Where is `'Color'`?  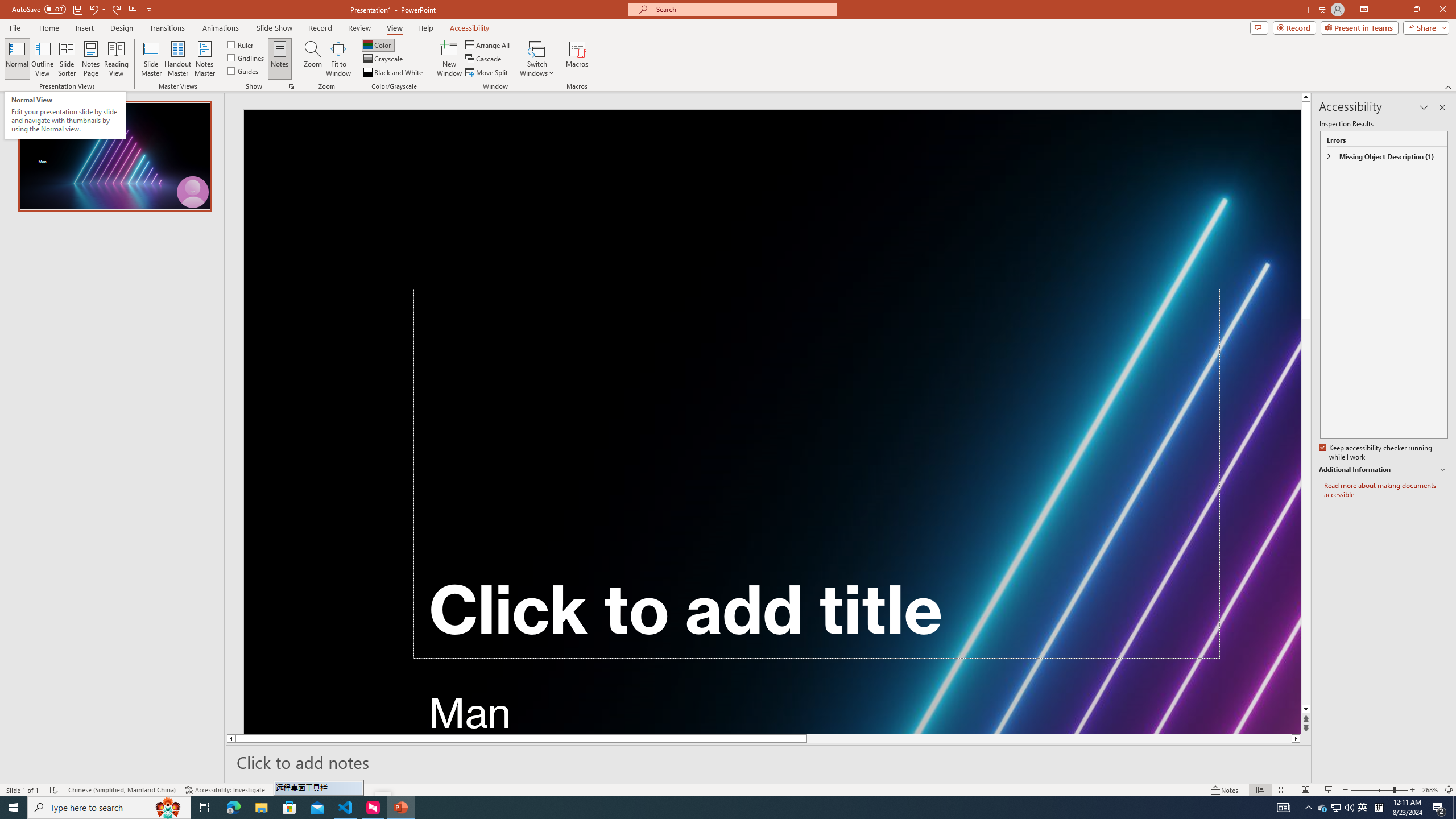 'Color' is located at coordinates (378, 44).